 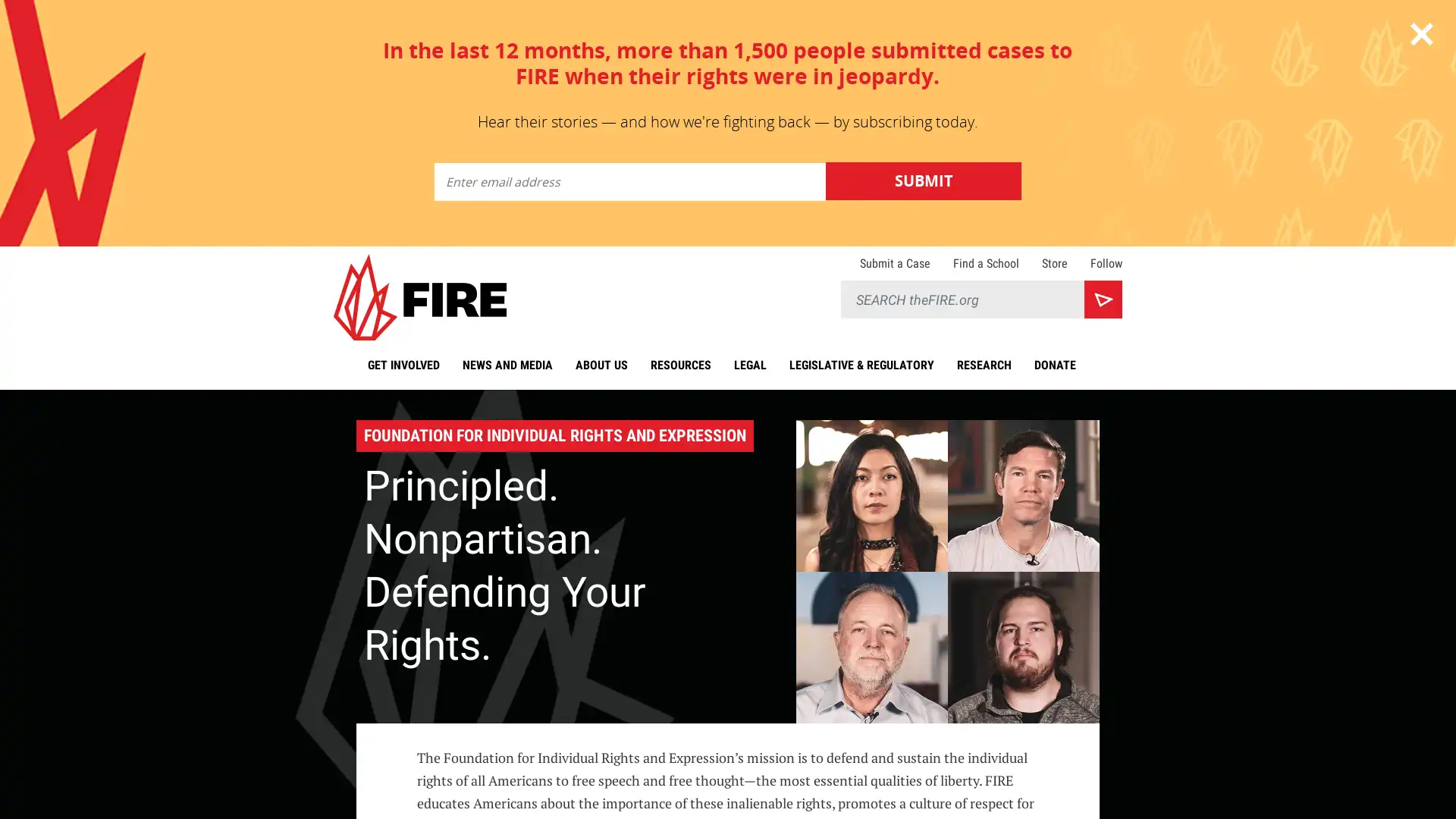 I want to click on Submit, so click(x=923, y=180).